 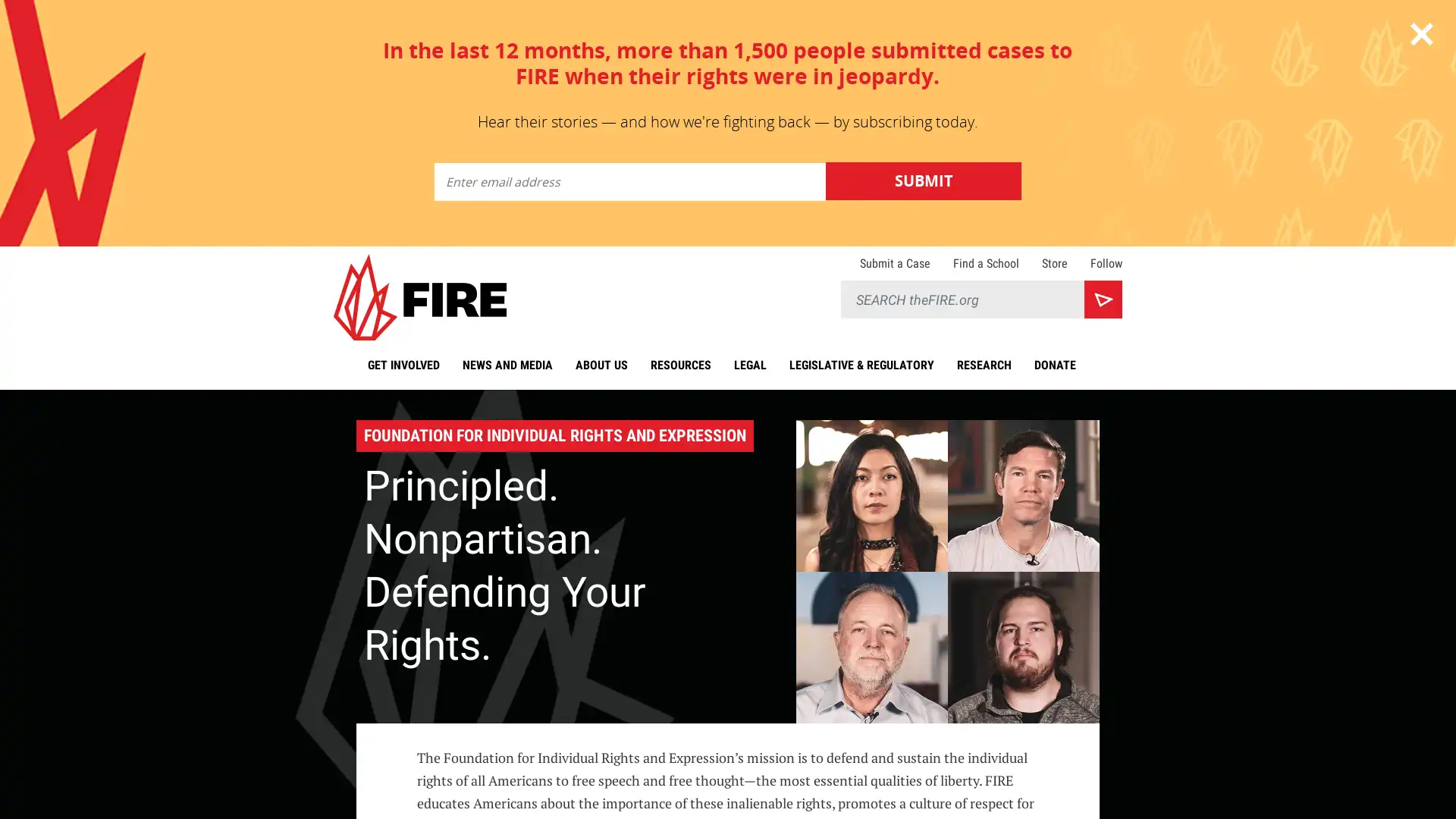 I want to click on Submit, so click(x=923, y=180).